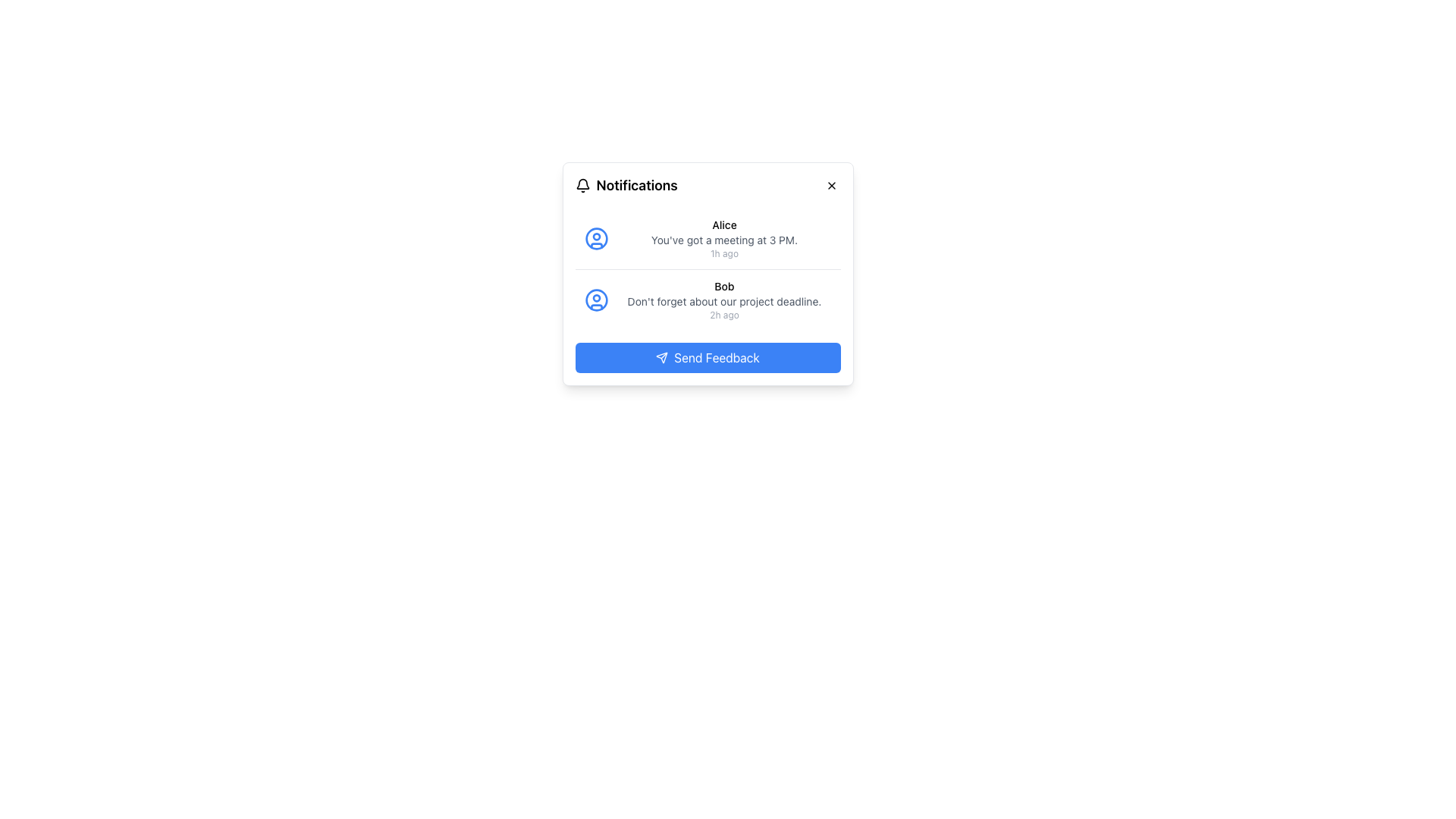  Describe the element at coordinates (707, 300) in the screenshot. I see `the second notification item in the notification list` at that location.